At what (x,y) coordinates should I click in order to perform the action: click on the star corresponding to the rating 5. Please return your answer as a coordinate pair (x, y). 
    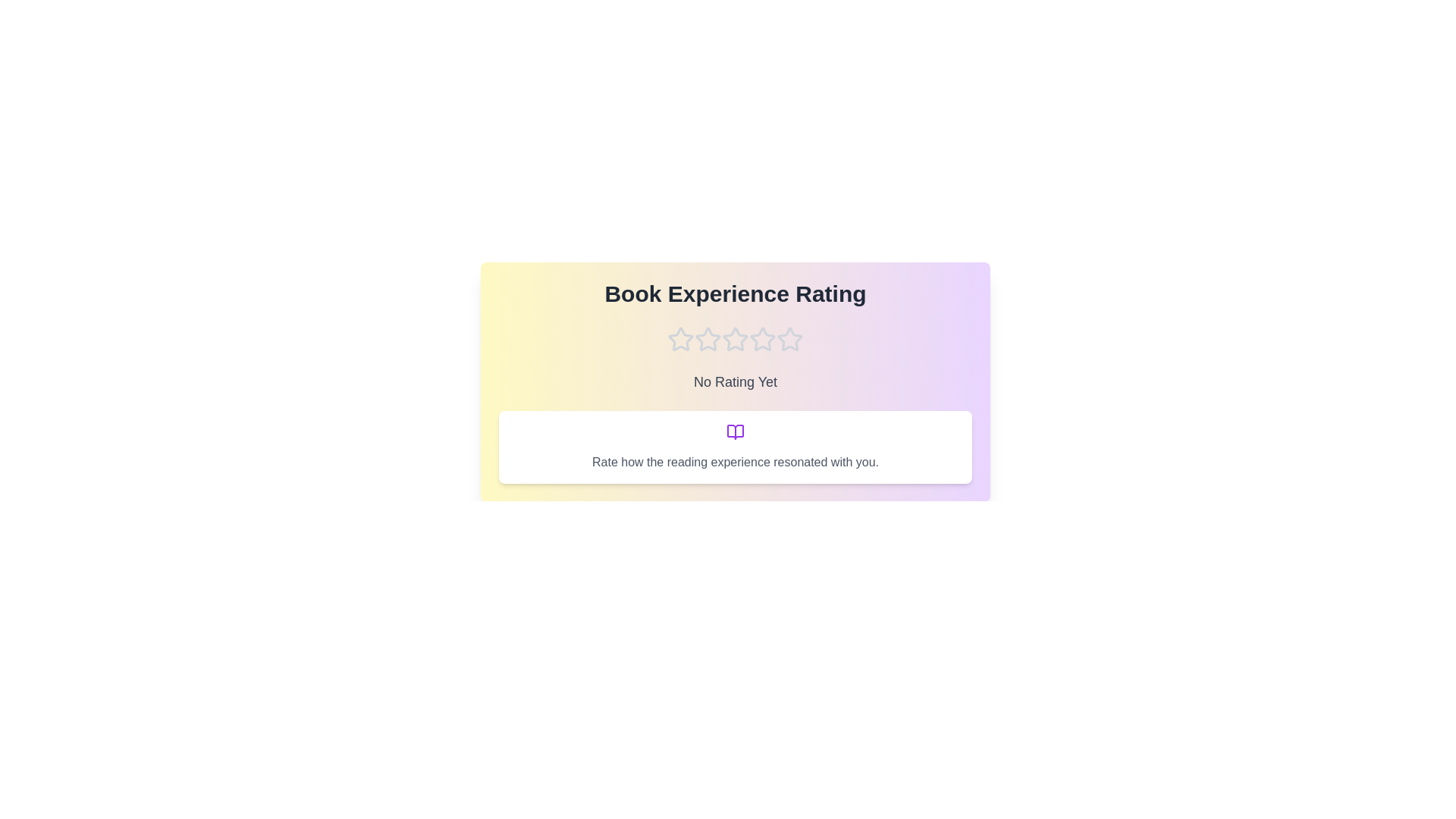
    Looking at the image, I should click on (789, 338).